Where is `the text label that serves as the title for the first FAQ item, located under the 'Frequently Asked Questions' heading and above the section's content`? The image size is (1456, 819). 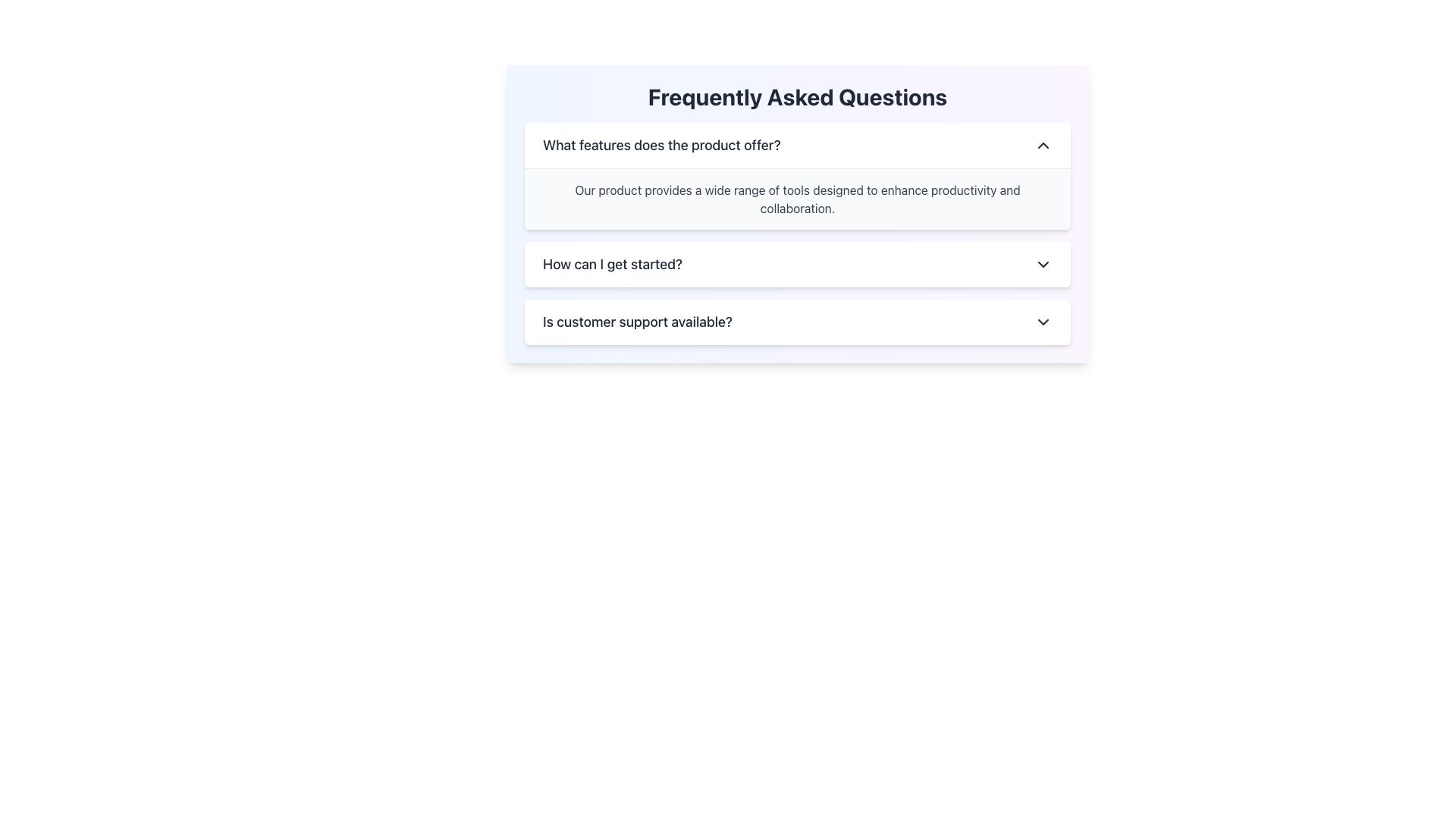
the text label that serves as the title for the first FAQ item, located under the 'Frequently Asked Questions' heading and above the section's content is located at coordinates (661, 146).